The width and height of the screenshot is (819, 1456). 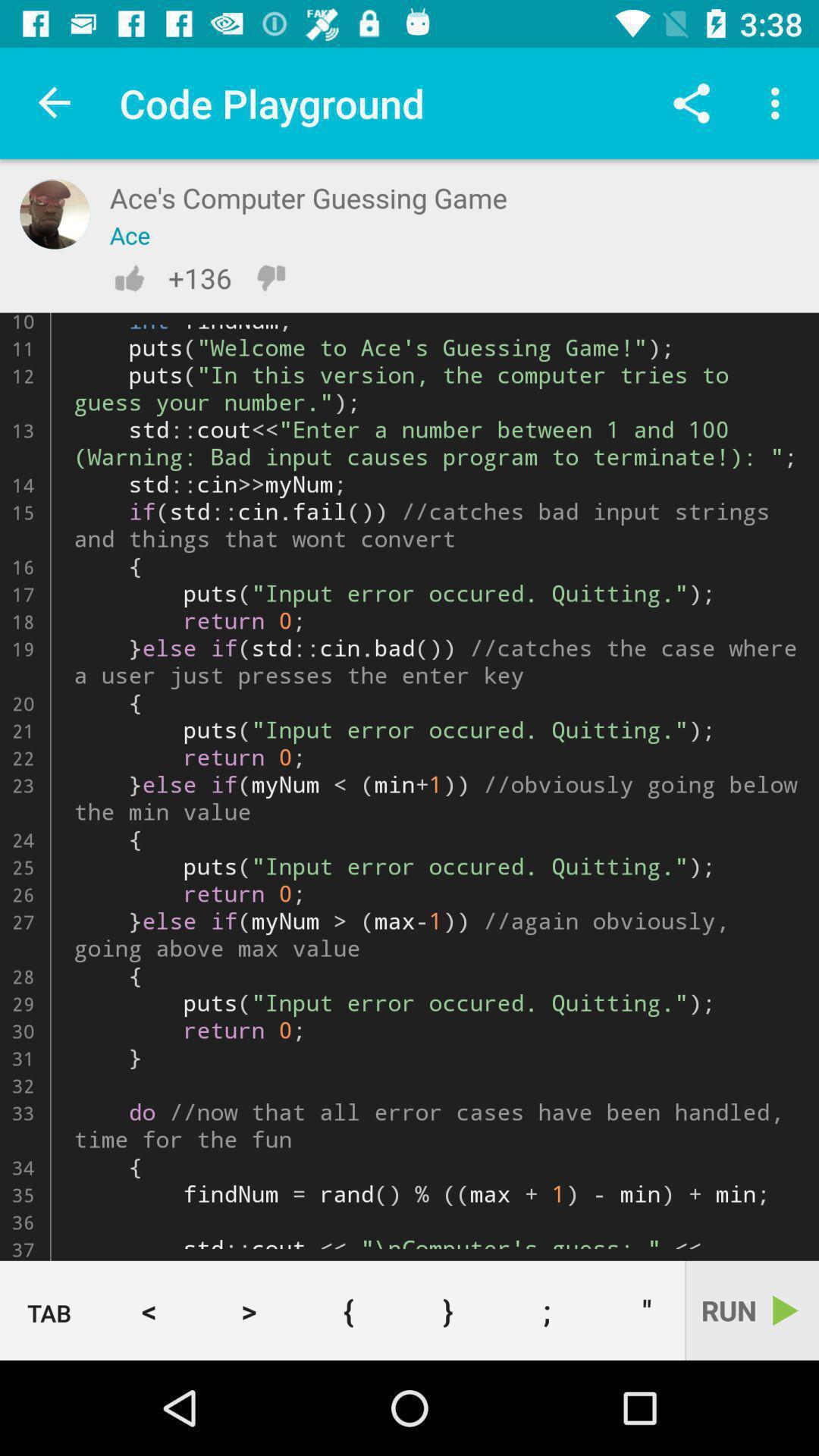 What do you see at coordinates (128, 278) in the screenshot?
I see `the thumbs_up icon` at bounding box center [128, 278].